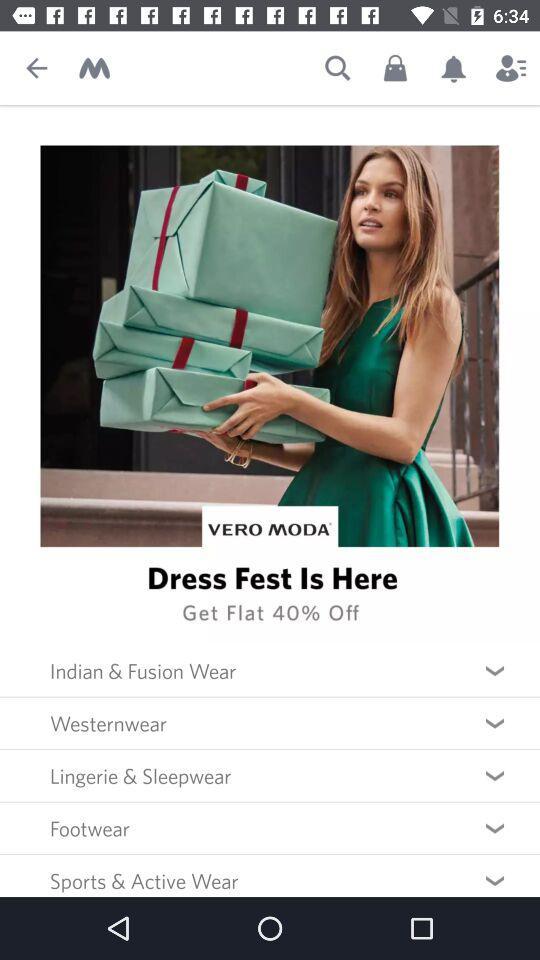  I want to click on account menu, so click(511, 68).